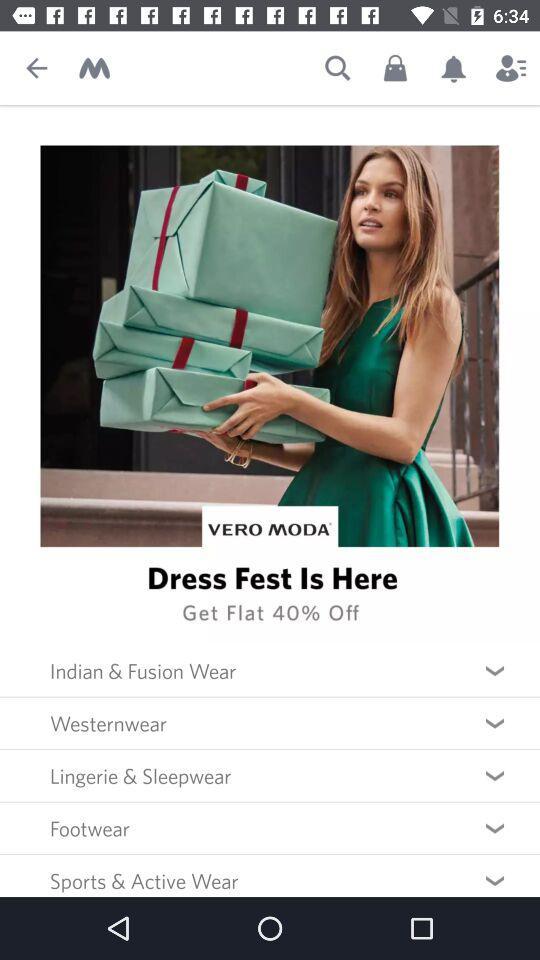  I want to click on account menu, so click(511, 68).